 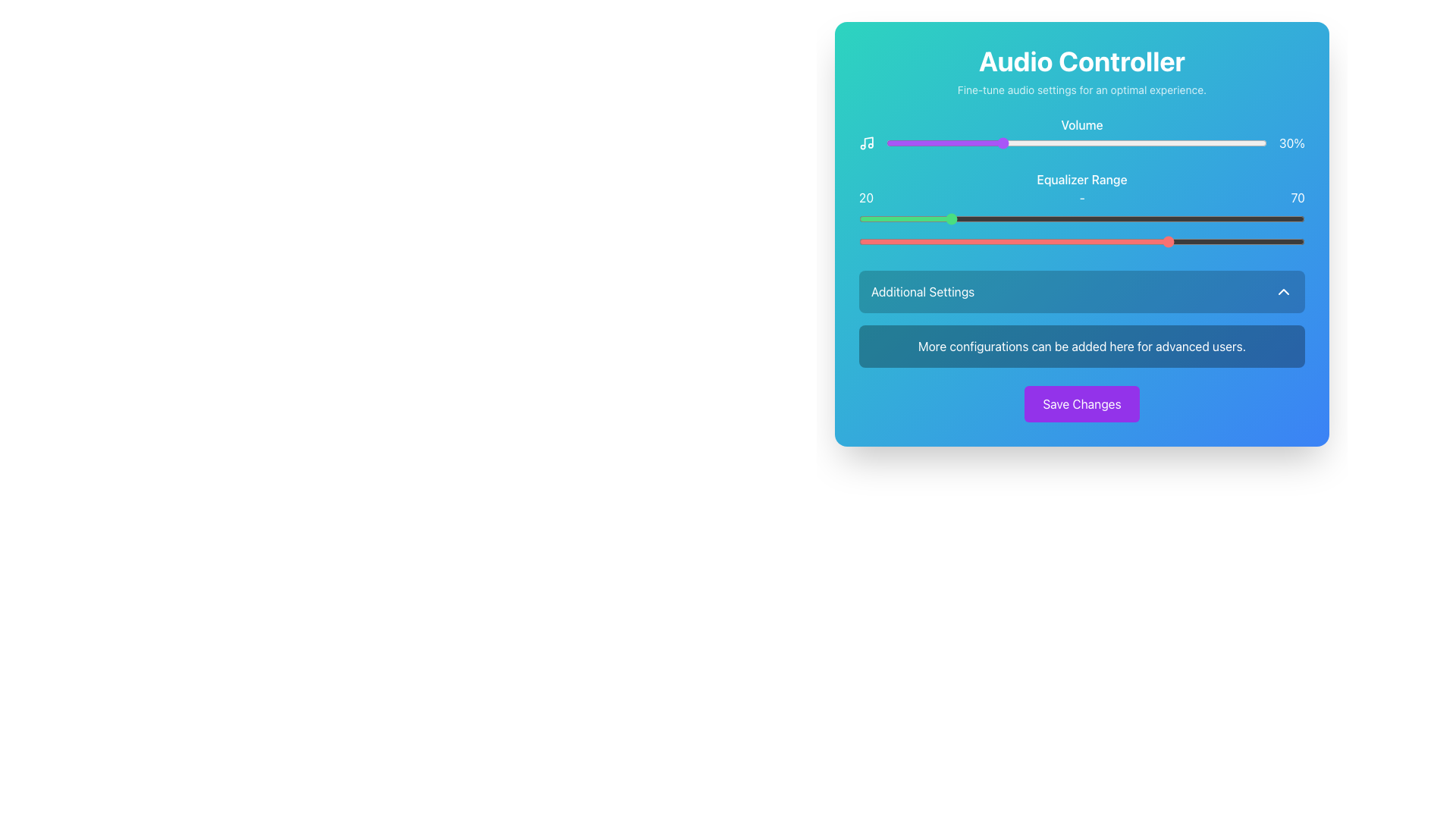 What do you see at coordinates (1081, 403) in the screenshot?
I see `the 'Save Changes' button with a purple background and white text, located at the bottom of the panel for accessibility navigation` at bounding box center [1081, 403].